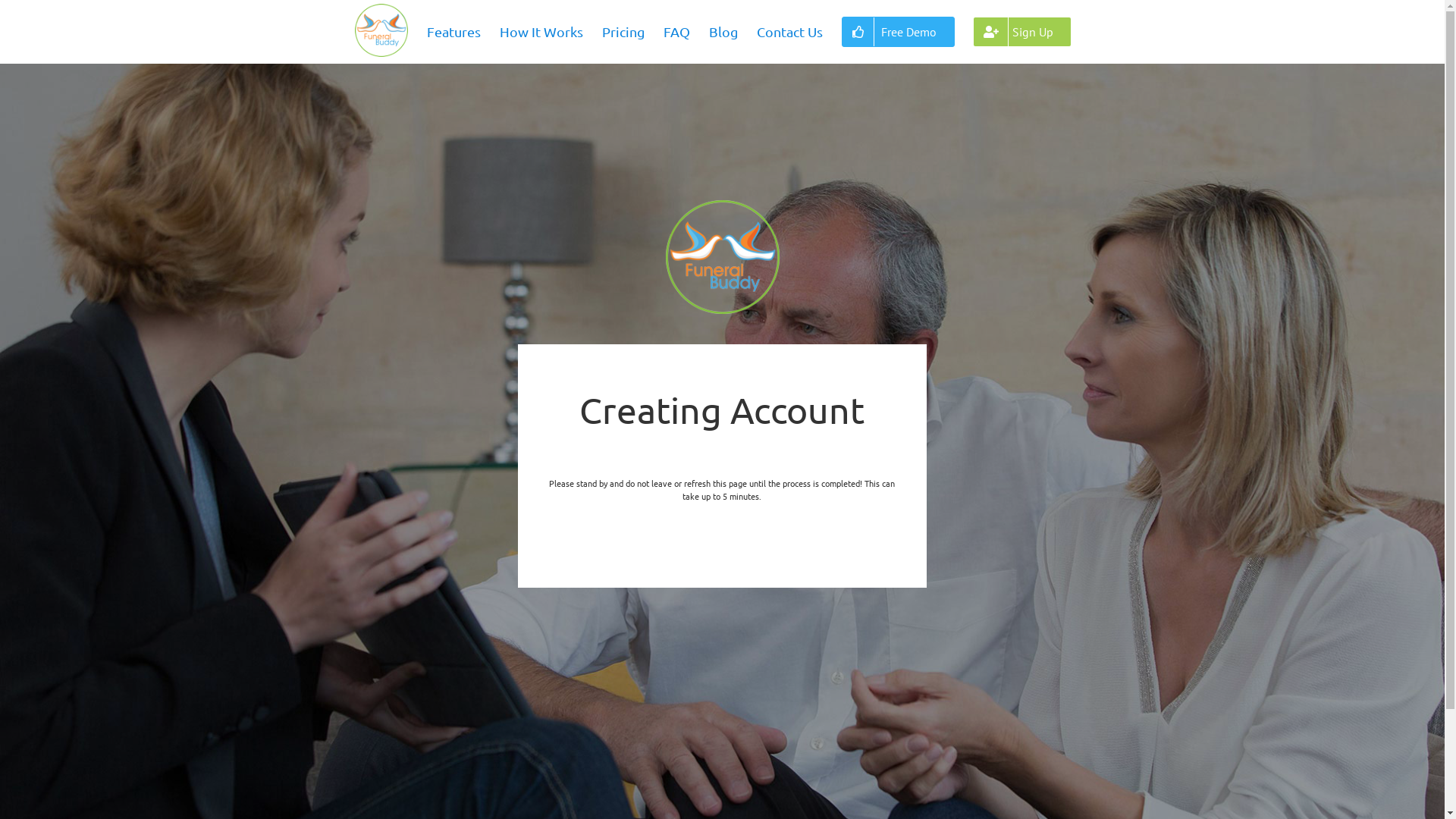 The image size is (1456, 819). I want to click on 'How It Works', so click(541, 32).